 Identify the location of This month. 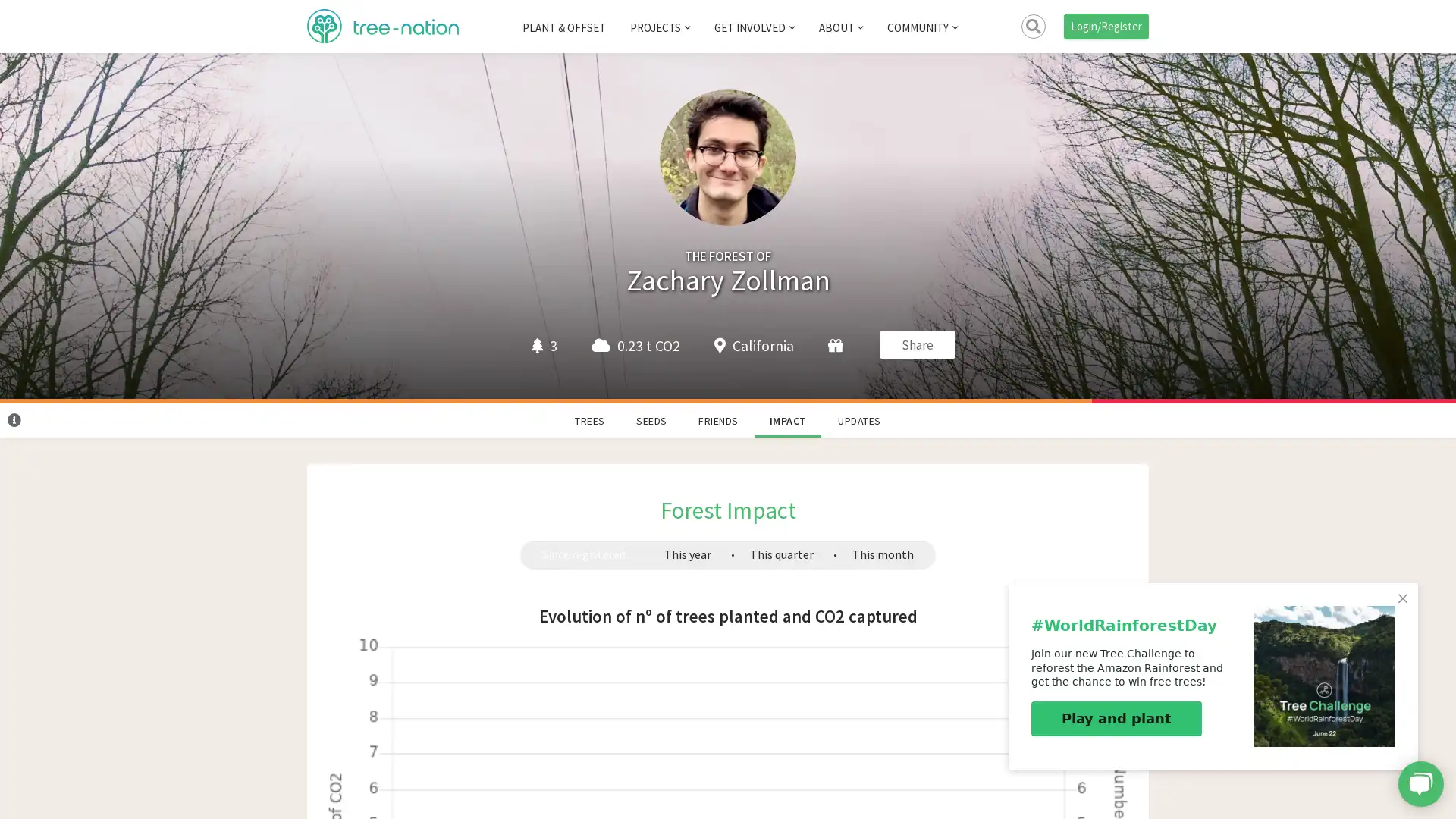
(882, 554).